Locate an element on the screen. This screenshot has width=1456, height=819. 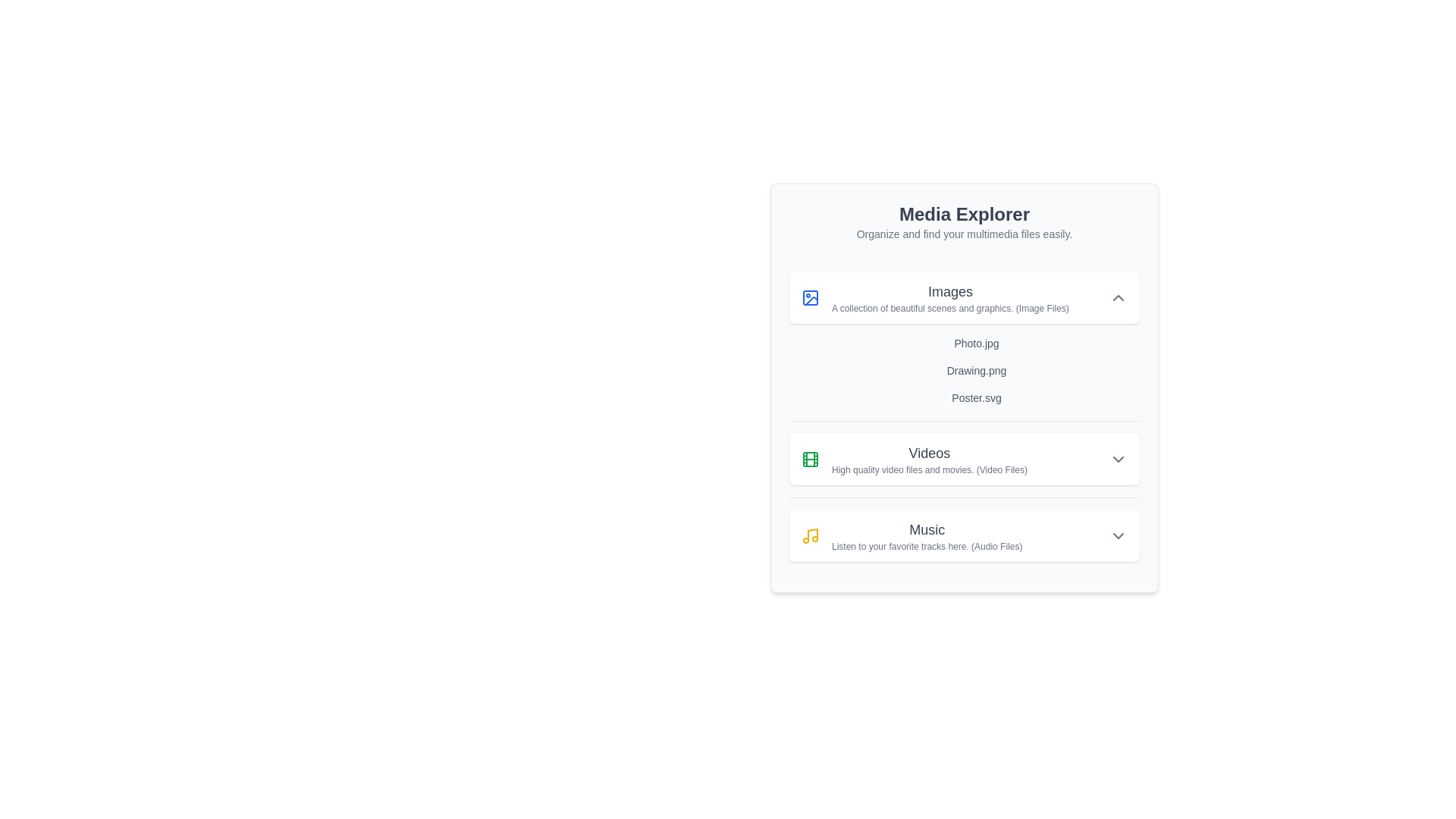
the SVG rectangle that is part of the filmstrip icon next to the 'Videos' section in the media explorer interface is located at coordinates (810, 458).